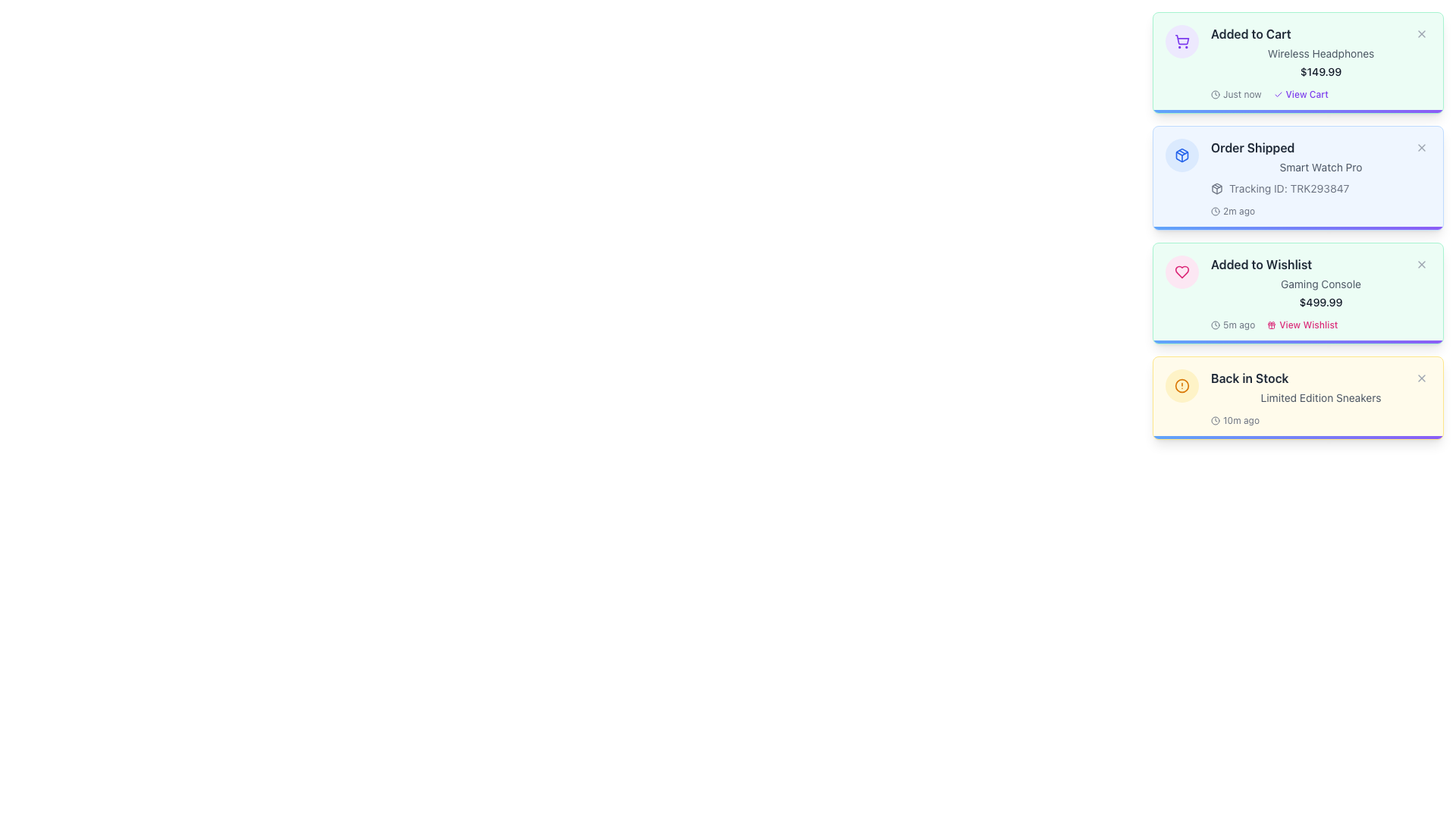  What do you see at coordinates (1298, 438) in the screenshot?
I see `the Progress Indicator located at the bottom edge of the 'Back in Stock' notification card, which visually indicates progress` at bounding box center [1298, 438].